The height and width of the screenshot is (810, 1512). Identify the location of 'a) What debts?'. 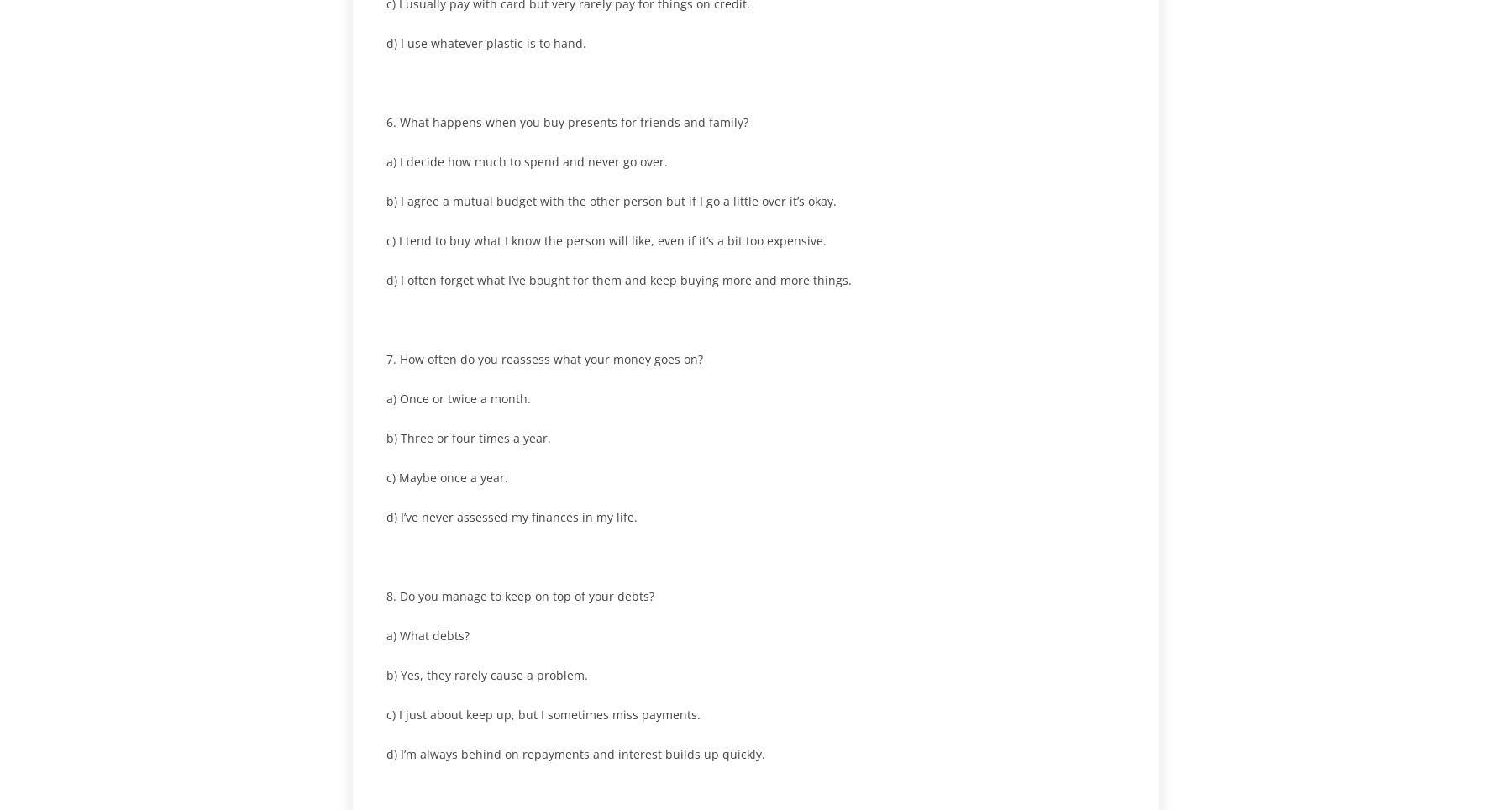
(427, 634).